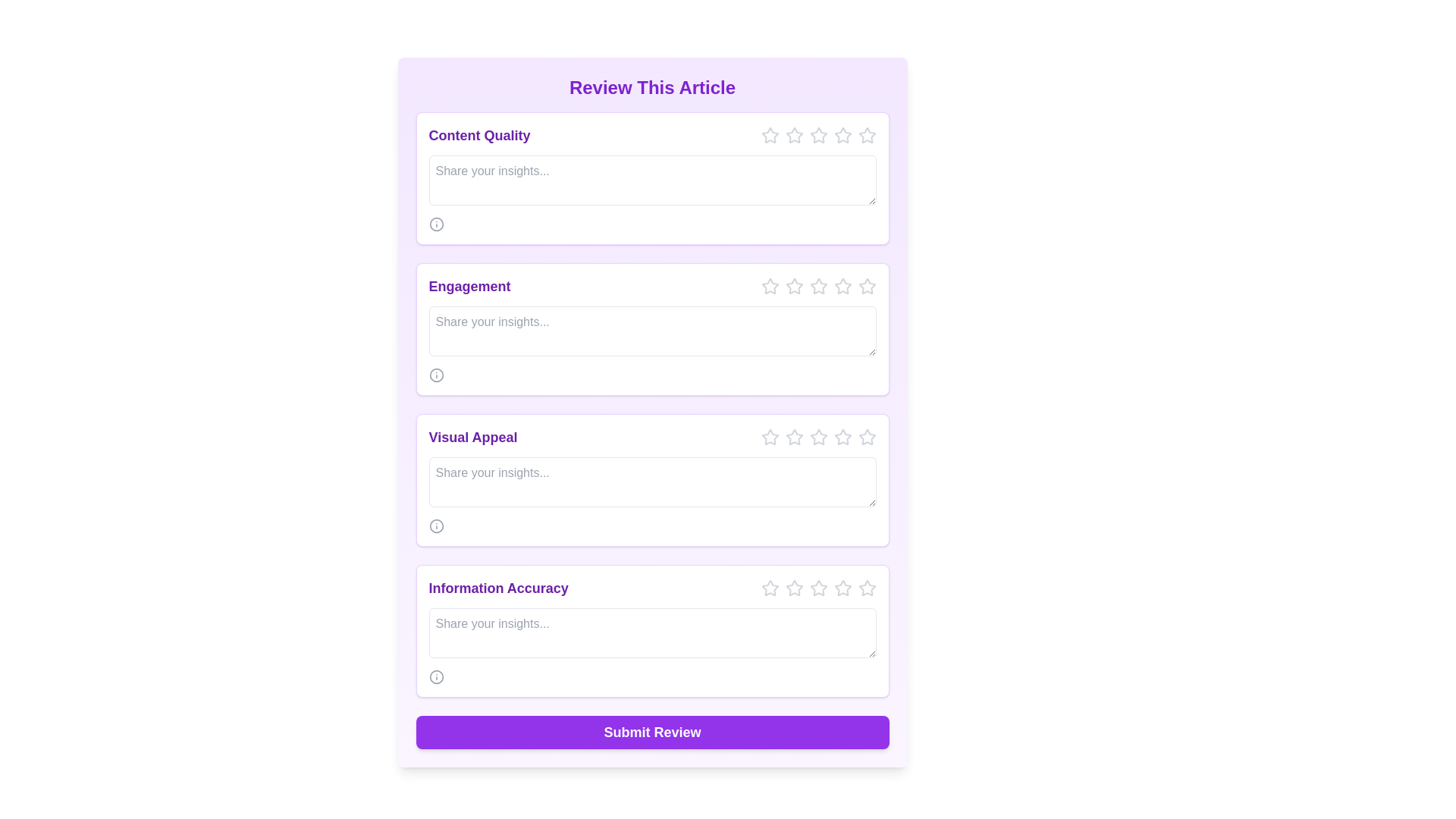  What do you see at coordinates (472, 438) in the screenshot?
I see `the purple text label reading 'Visual Appeal', which is styled in bold and slightly larger font, located near the top of a white panel in the third grouping of rating sections` at bounding box center [472, 438].